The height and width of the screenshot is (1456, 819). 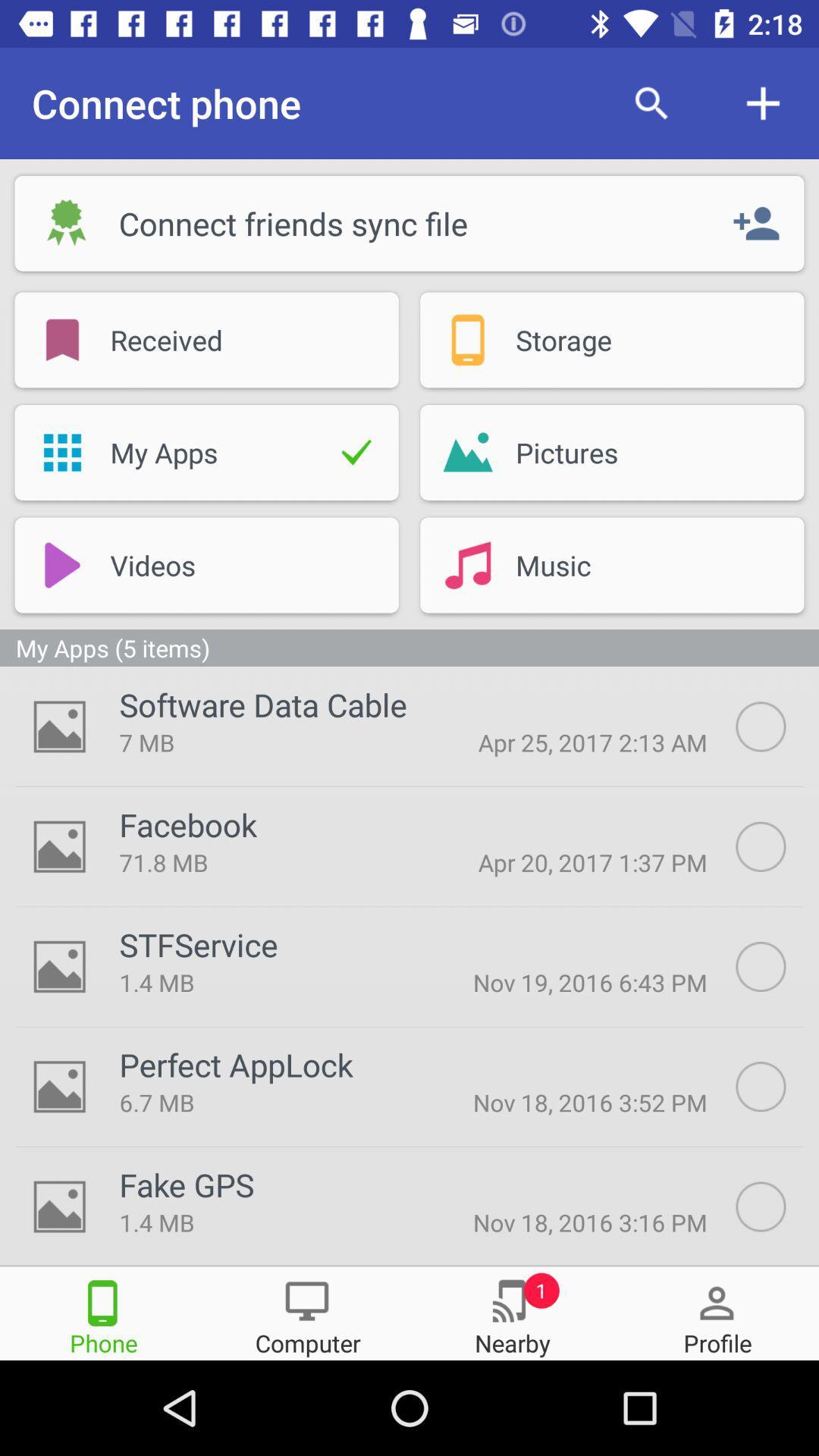 I want to click on app next to apr 25 2017, so click(x=262, y=704).